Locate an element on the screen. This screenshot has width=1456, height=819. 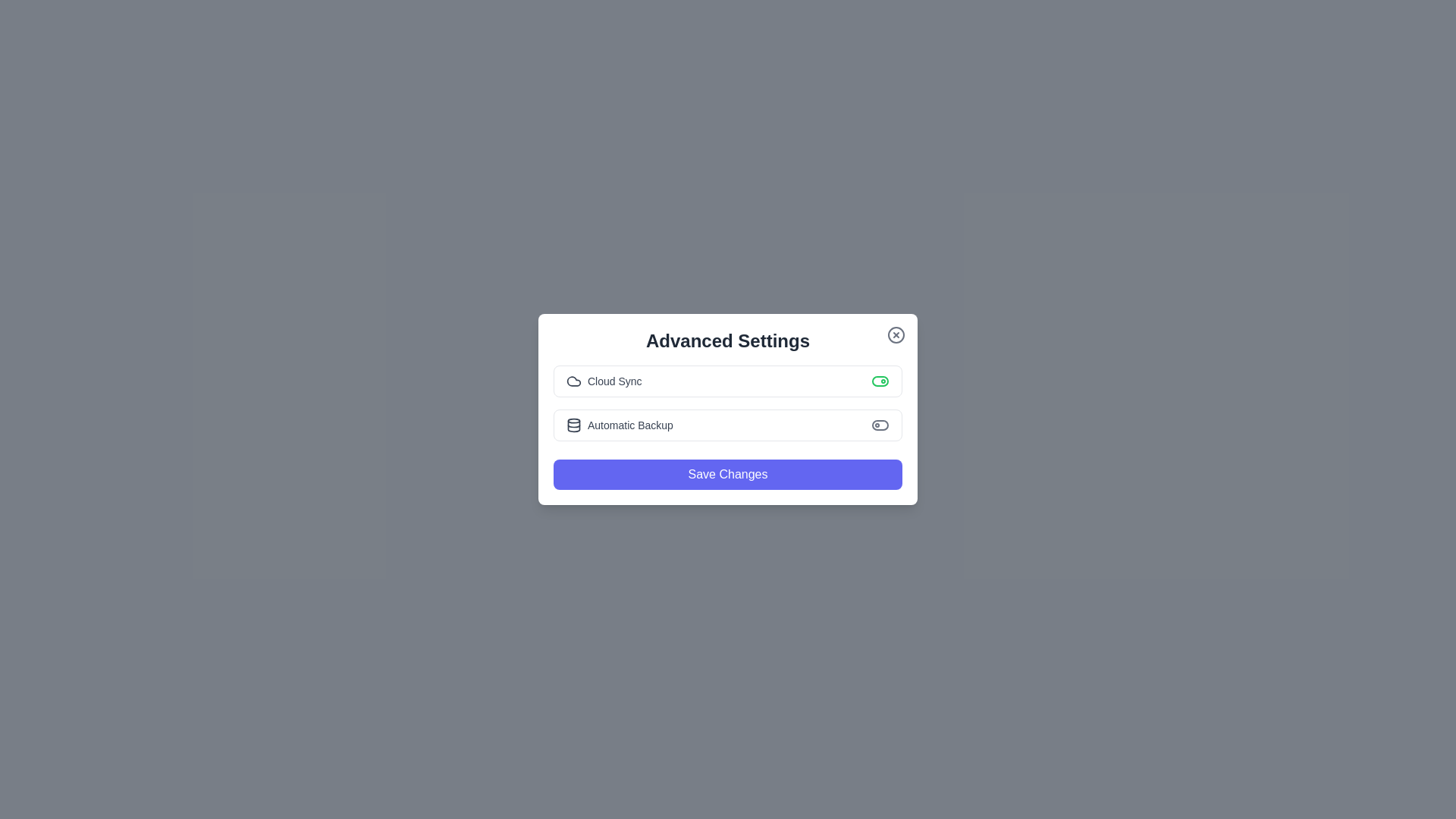
the circular SVG graphic that forms part of the close button in the top-right corner of the 'Advanced Settings' modal is located at coordinates (896, 334).